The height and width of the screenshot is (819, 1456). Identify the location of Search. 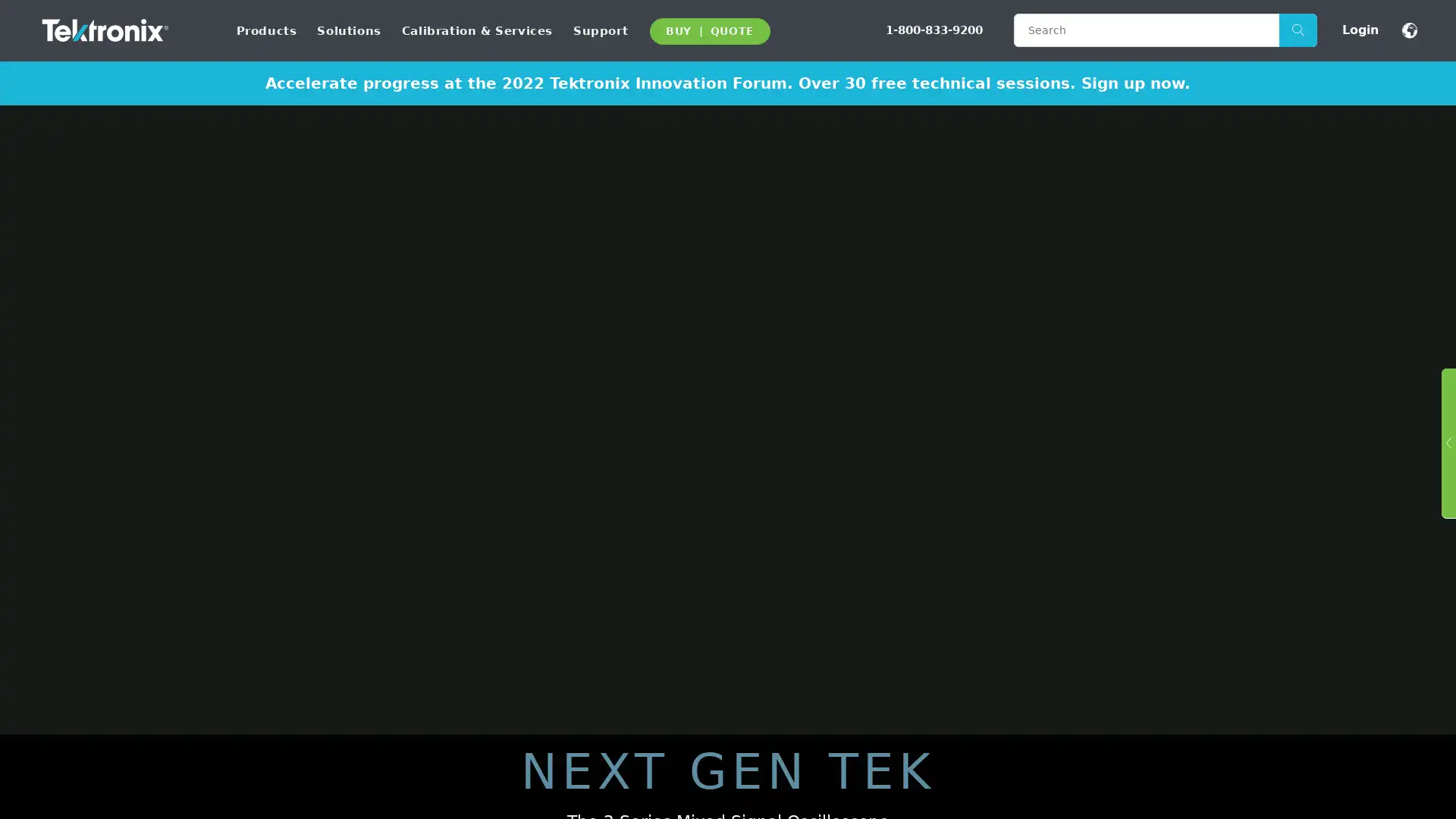
(1303, 30).